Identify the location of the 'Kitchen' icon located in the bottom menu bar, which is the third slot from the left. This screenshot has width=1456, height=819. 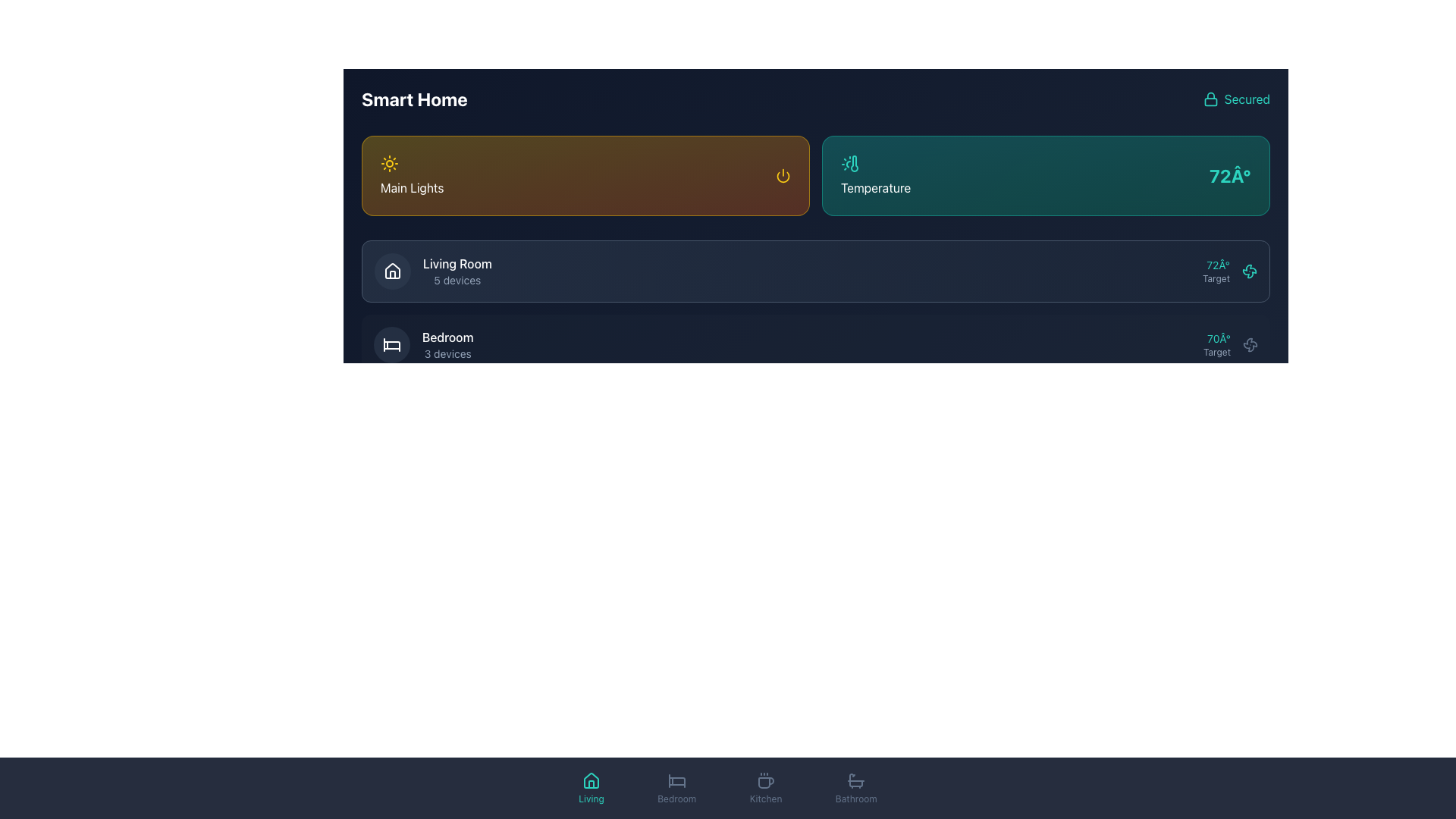
(765, 780).